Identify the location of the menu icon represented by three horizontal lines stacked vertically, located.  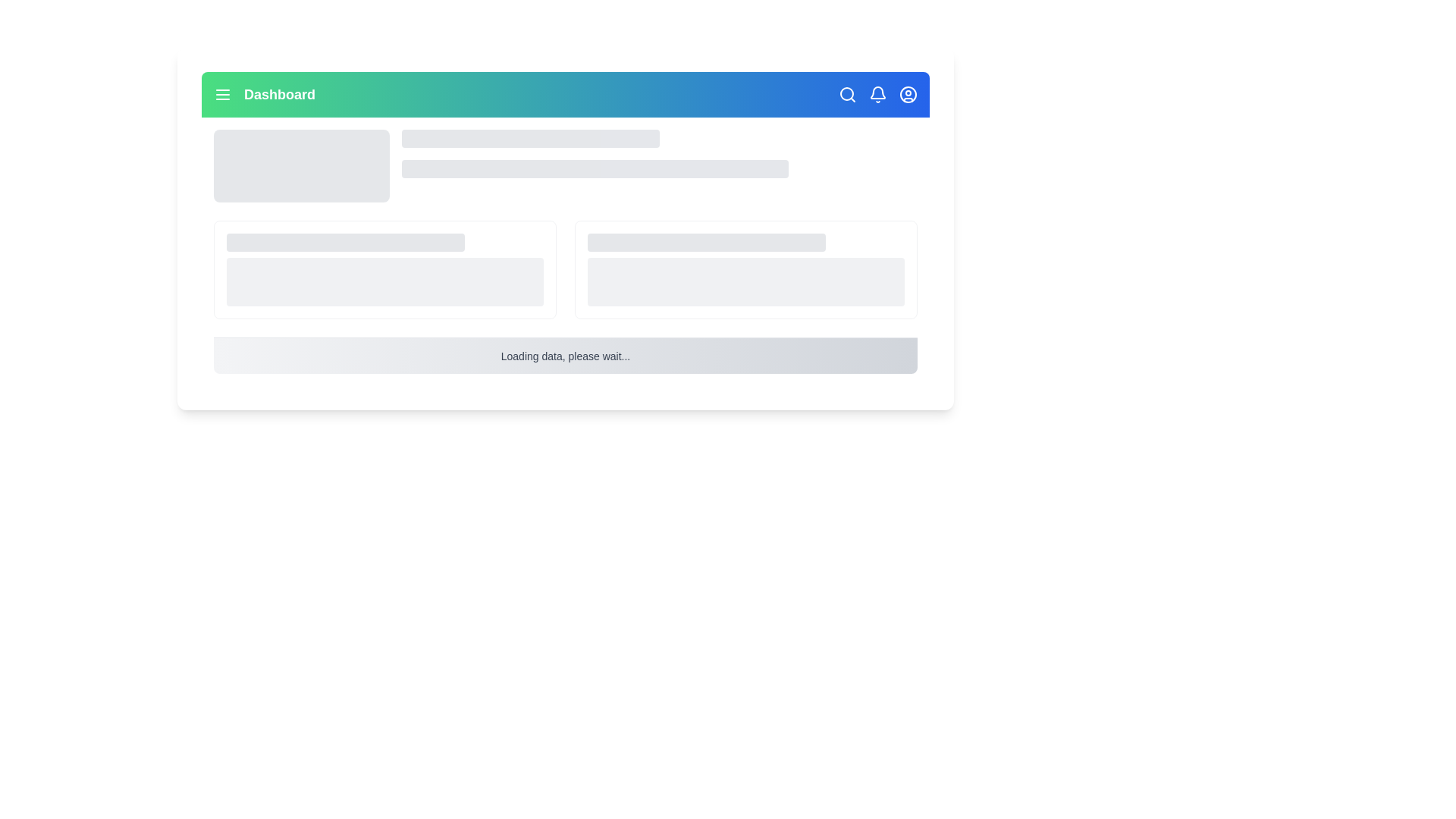
(221, 94).